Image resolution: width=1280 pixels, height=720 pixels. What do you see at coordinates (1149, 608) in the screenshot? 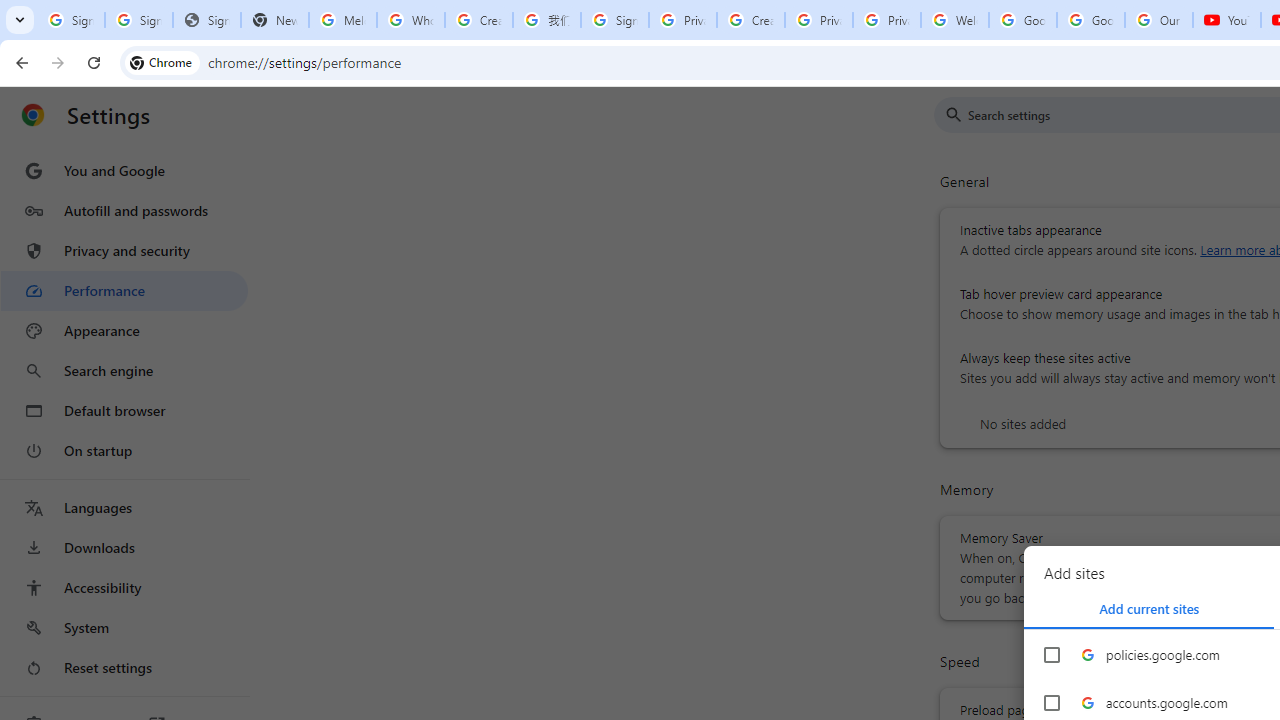
I see `'Add current sites'` at bounding box center [1149, 608].